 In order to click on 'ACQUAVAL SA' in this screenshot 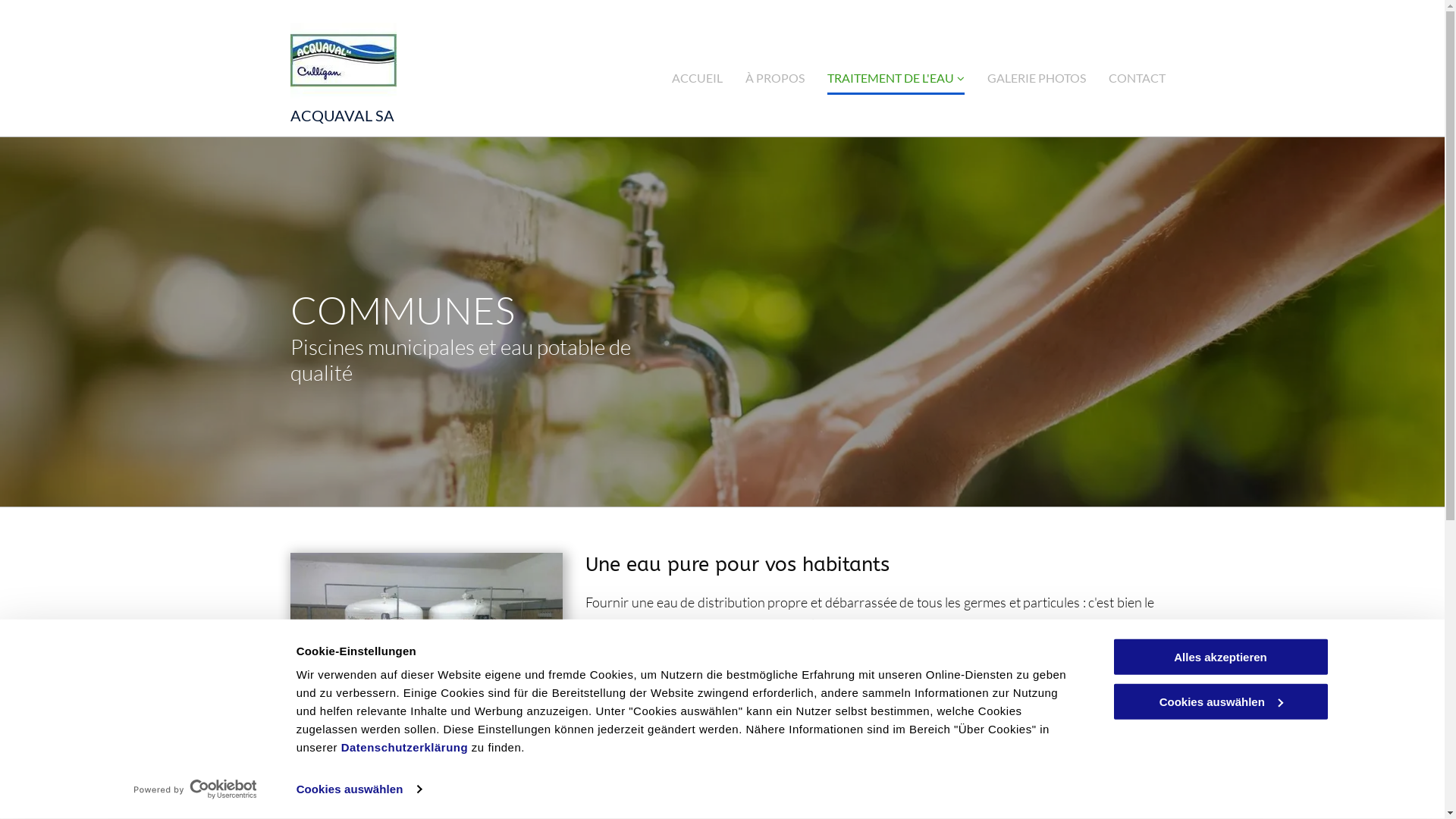, I will do `click(340, 114)`.